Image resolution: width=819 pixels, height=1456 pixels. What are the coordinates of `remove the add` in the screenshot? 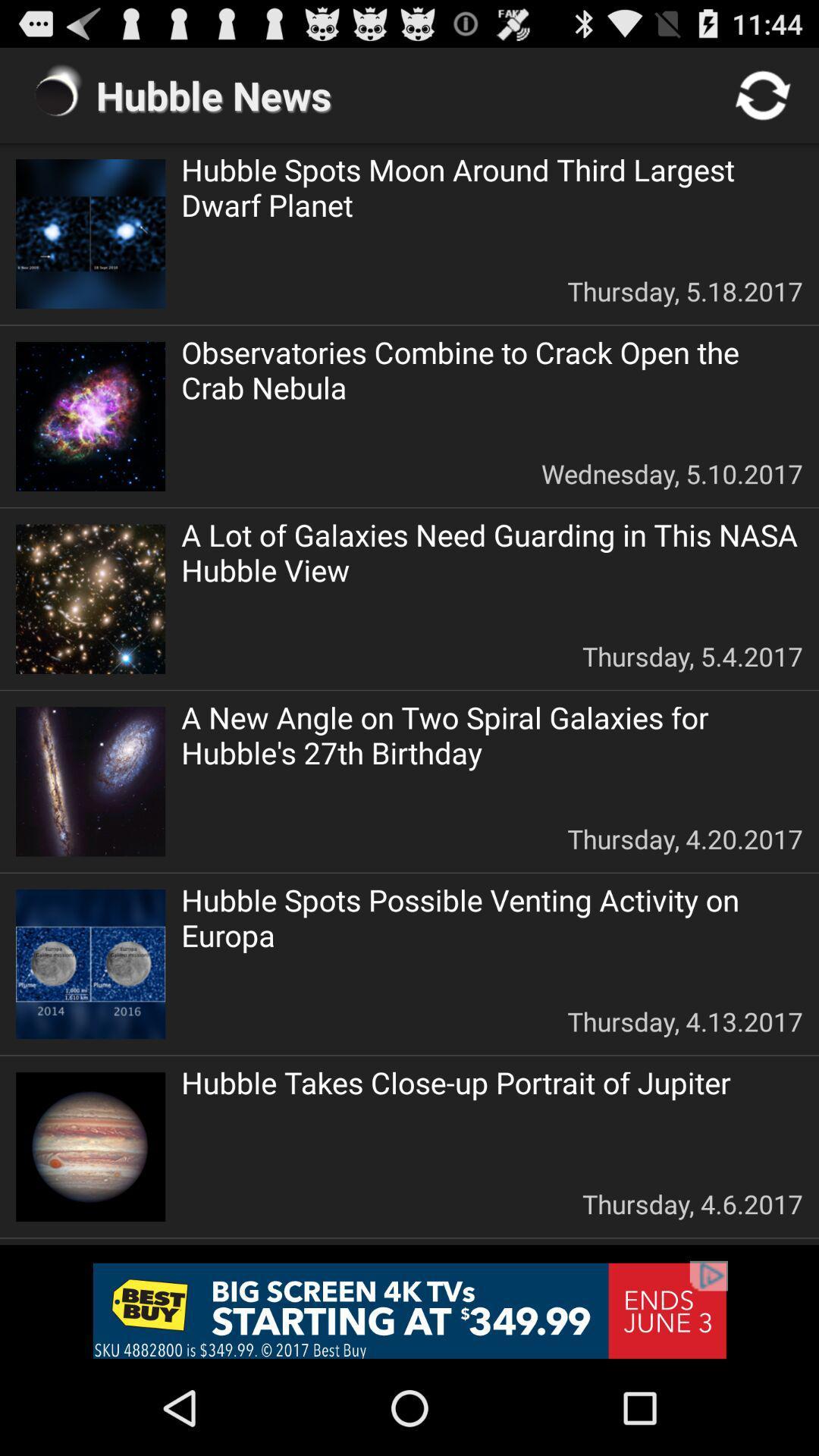 It's located at (409, 1310).